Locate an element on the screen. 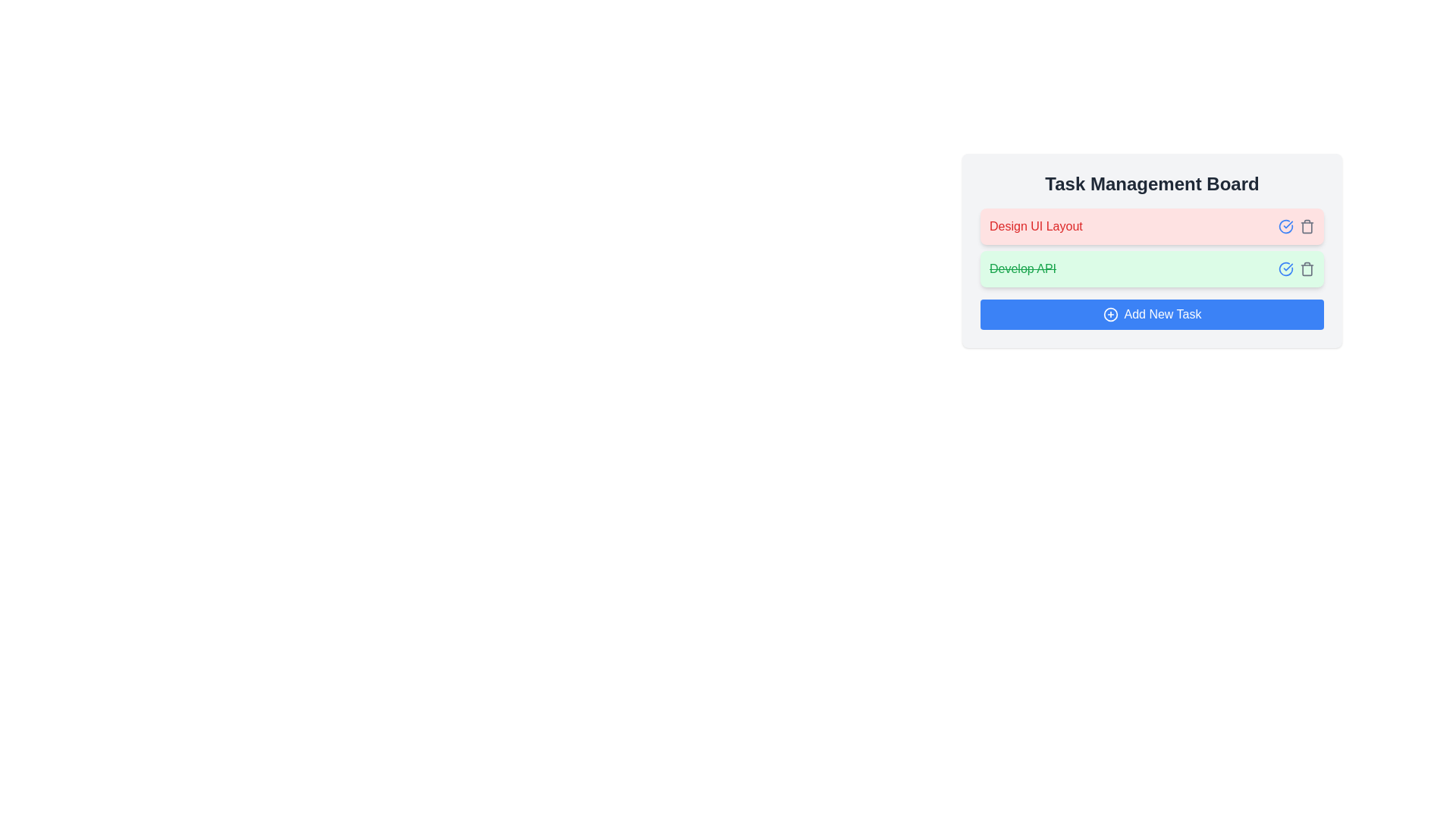 Image resolution: width=1456 pixels, height=819 pixels. the title label located on the top-left corner of a rectangular card with a red background in the Task Management Board interface is located at coordinates (1035, 227).